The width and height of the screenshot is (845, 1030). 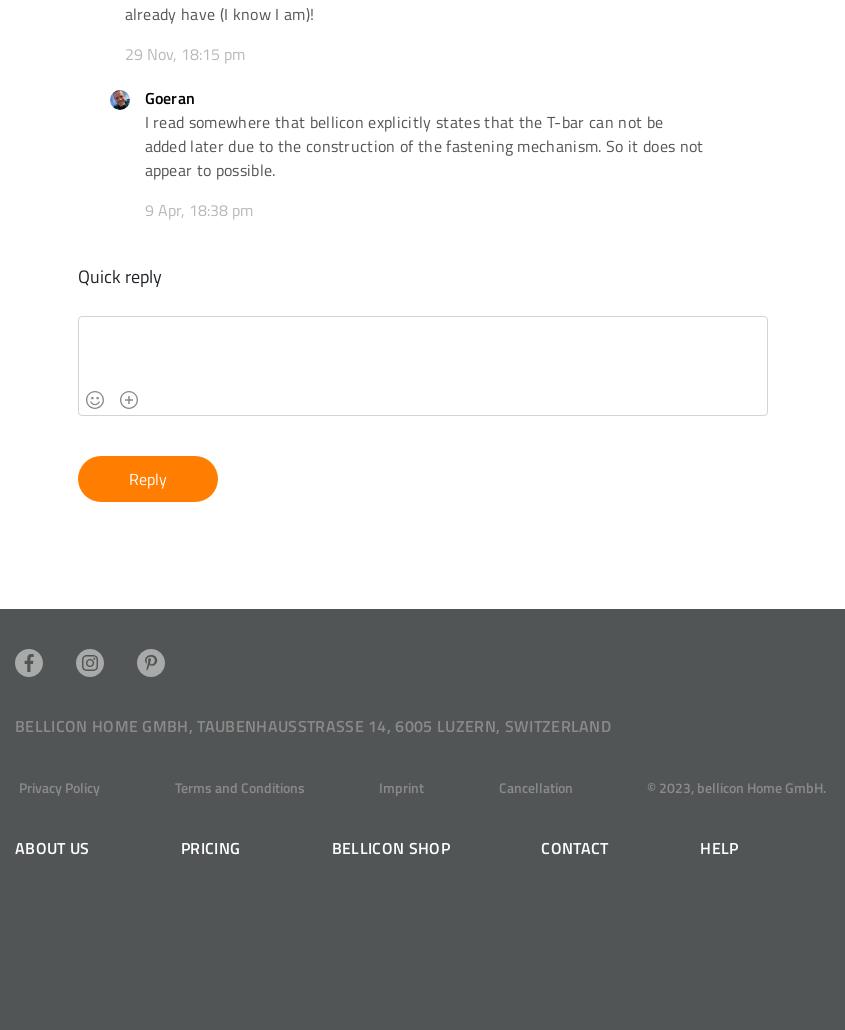 I want to click on 'Pricing', so click(x=209, y=846).